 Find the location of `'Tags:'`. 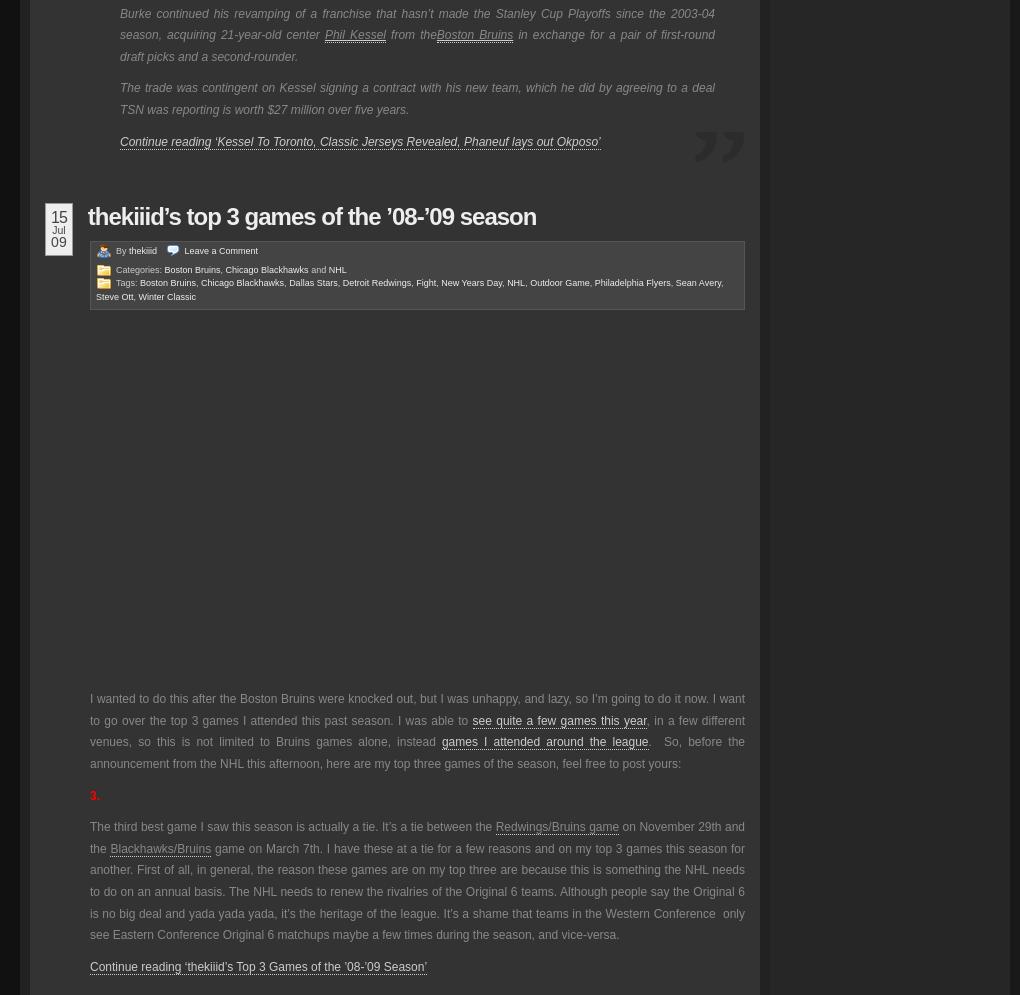

'Tags:' is located at coordinates (128, 281).